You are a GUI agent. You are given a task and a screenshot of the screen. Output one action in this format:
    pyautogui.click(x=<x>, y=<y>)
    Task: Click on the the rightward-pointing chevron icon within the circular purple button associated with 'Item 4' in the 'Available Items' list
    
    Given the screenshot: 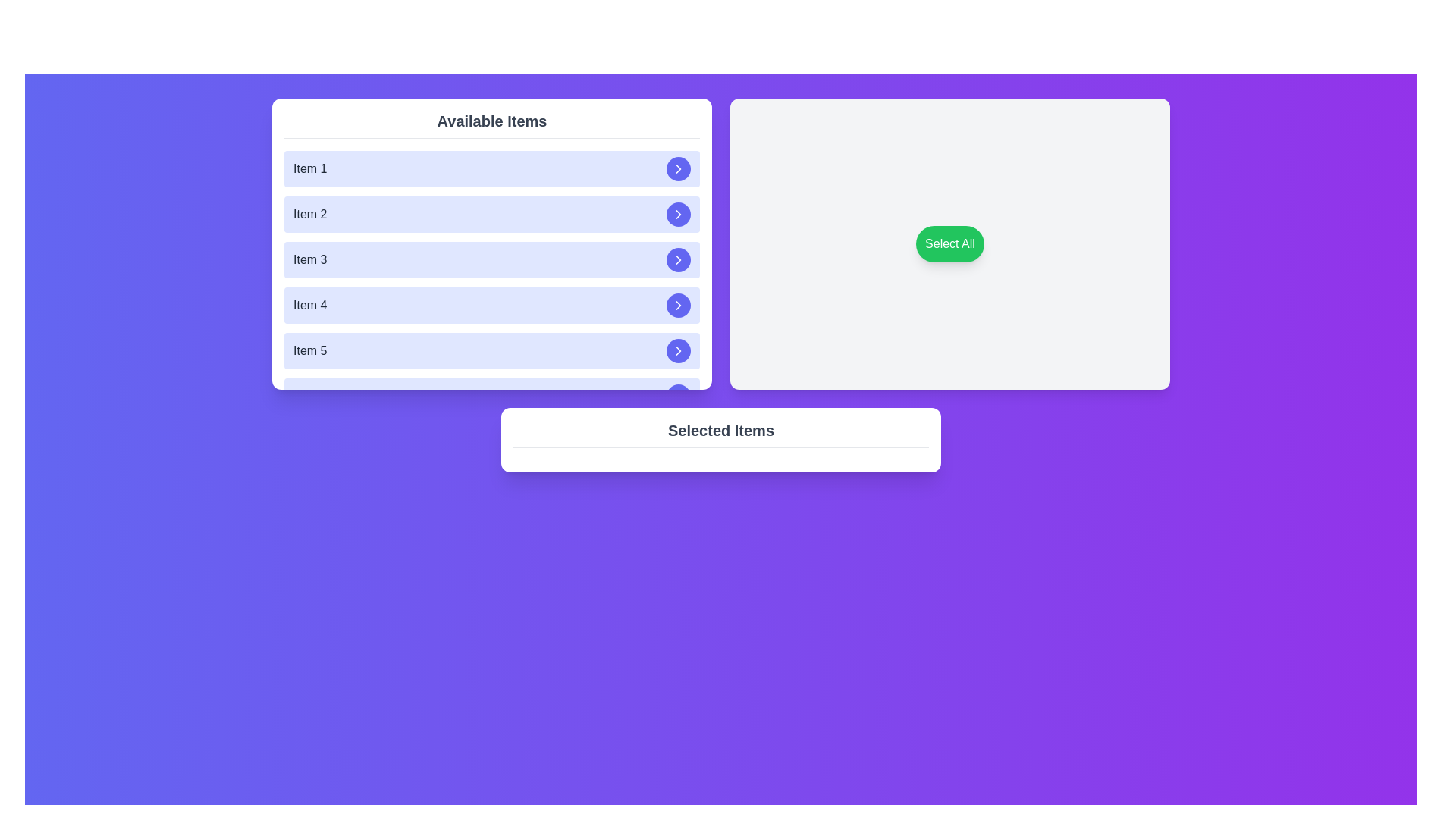 What is the action you would take?
    pyautogui.click(x=677, y=305)
    